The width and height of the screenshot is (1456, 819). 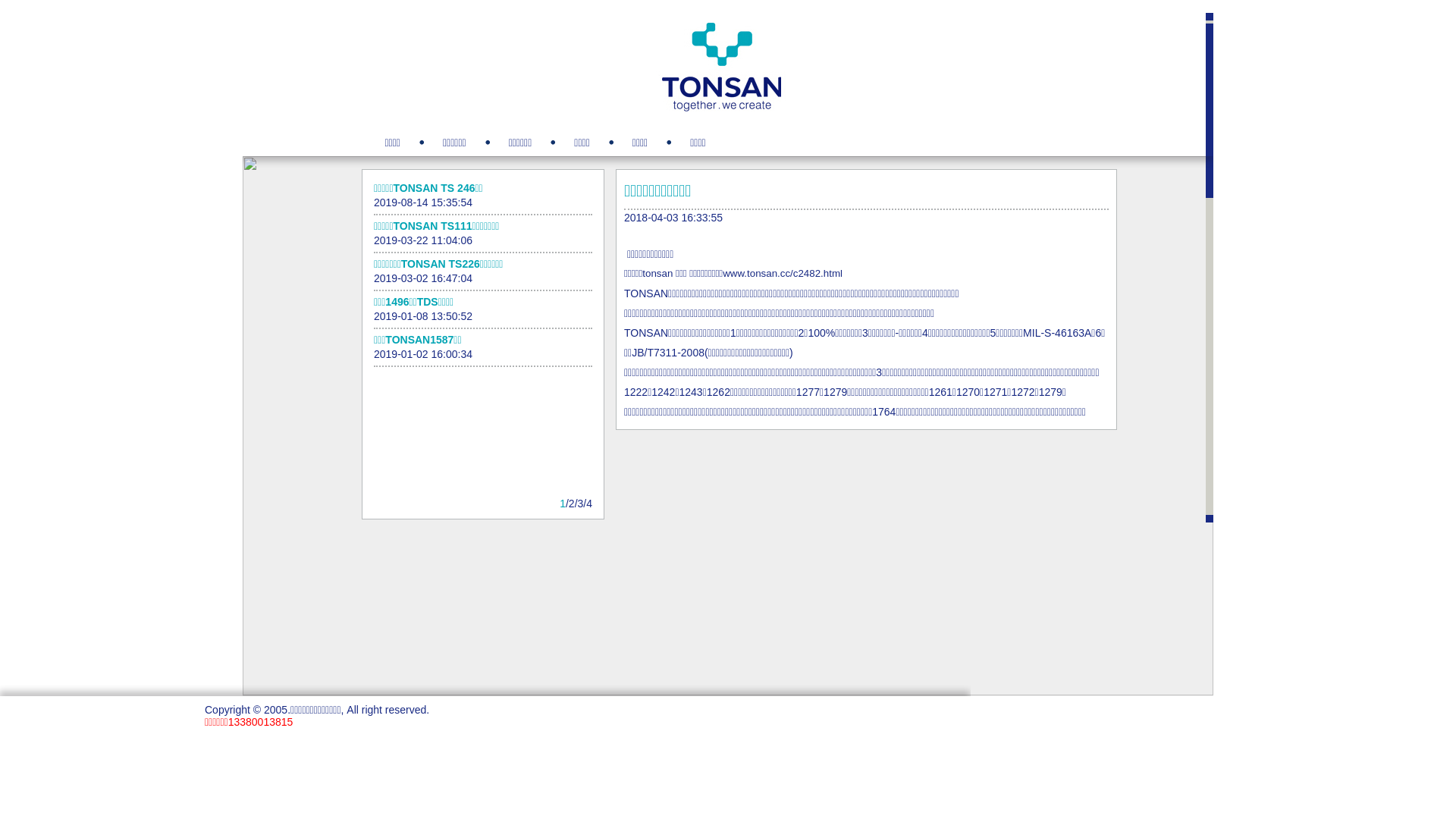 I want to click on '4', so click(x=588, y=503).